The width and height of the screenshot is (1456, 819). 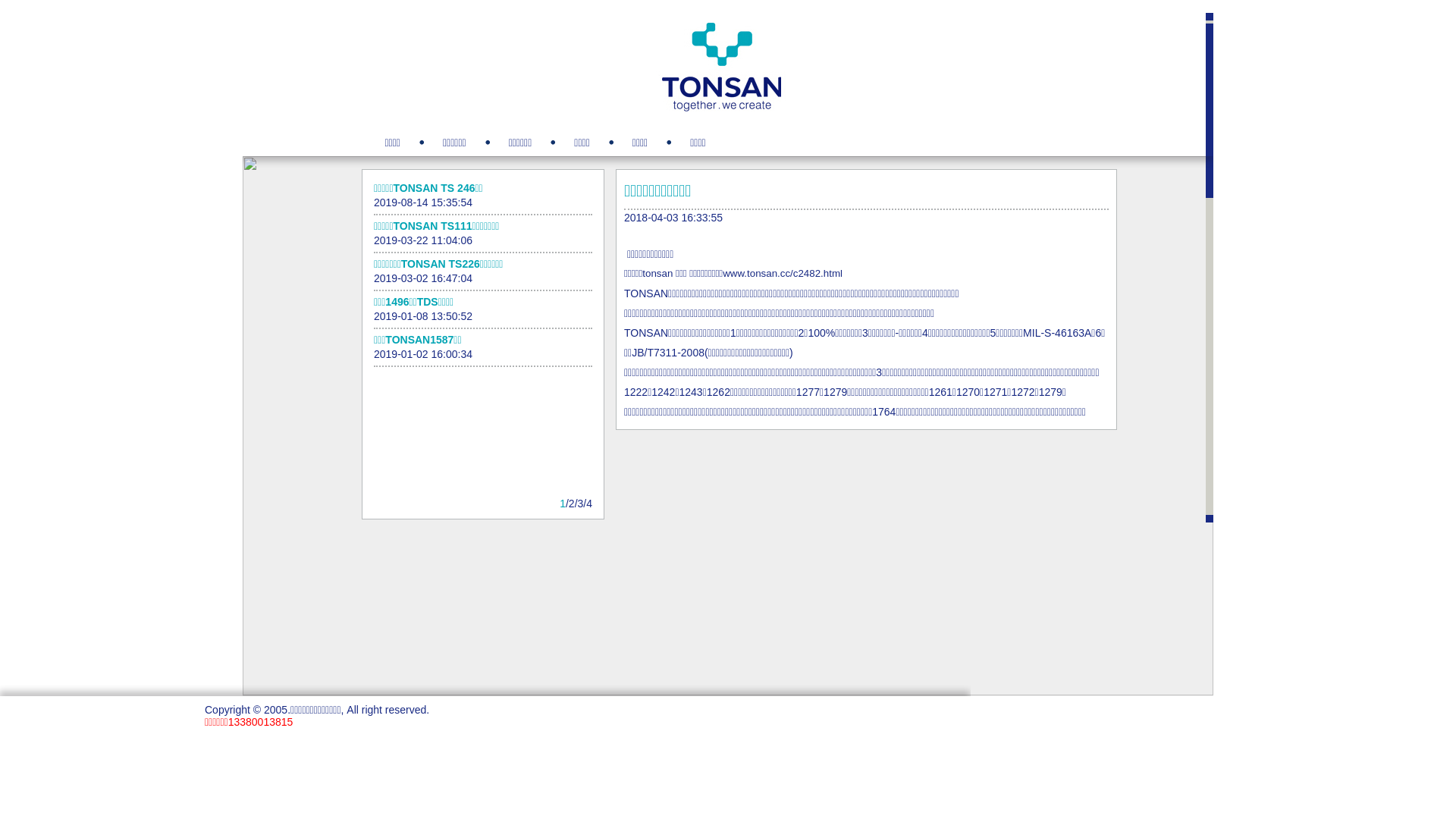 I want to click on '4', so click(x=588, y=503).